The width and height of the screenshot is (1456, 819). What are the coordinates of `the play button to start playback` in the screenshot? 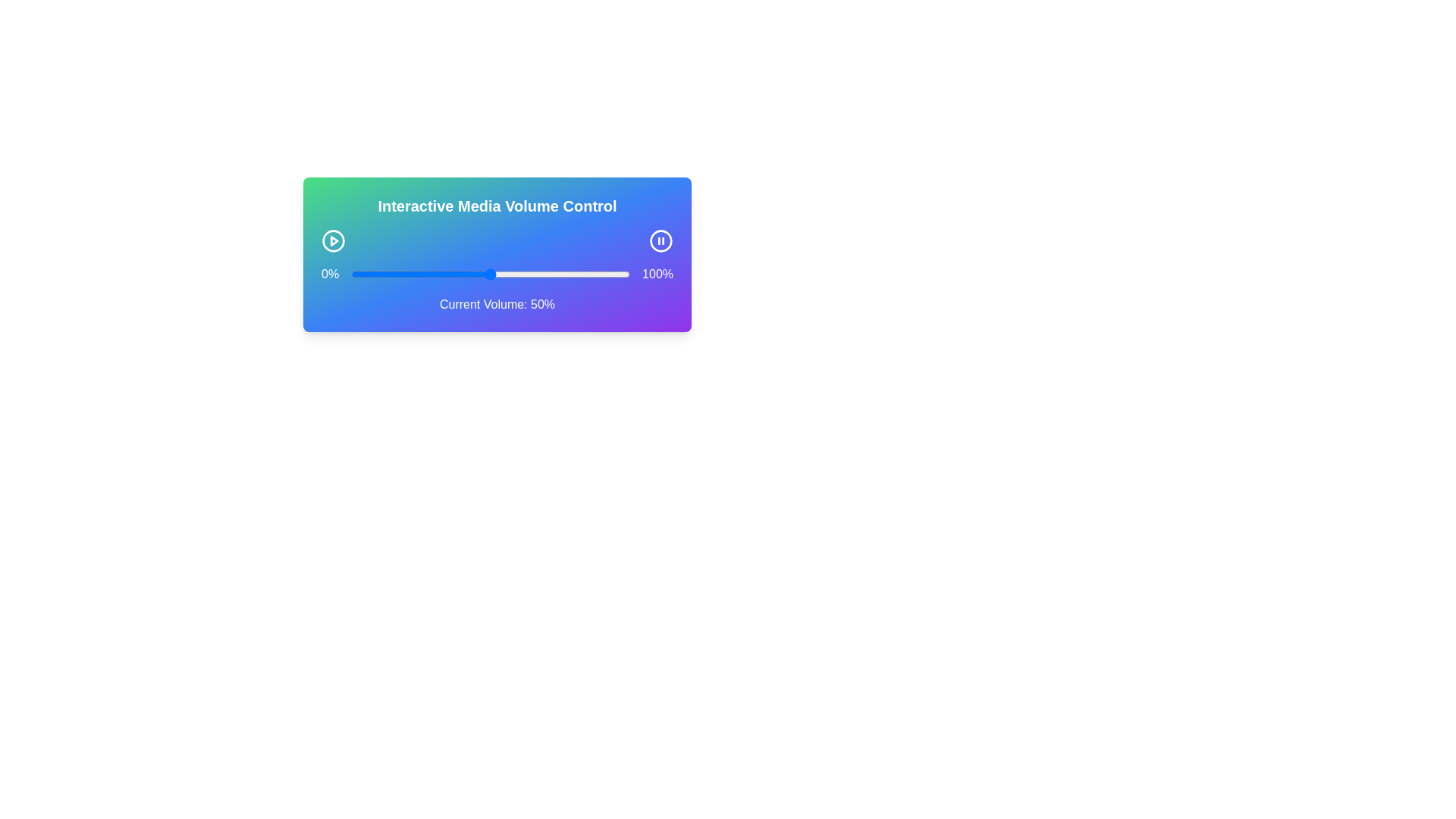 It's located at (333, 240).